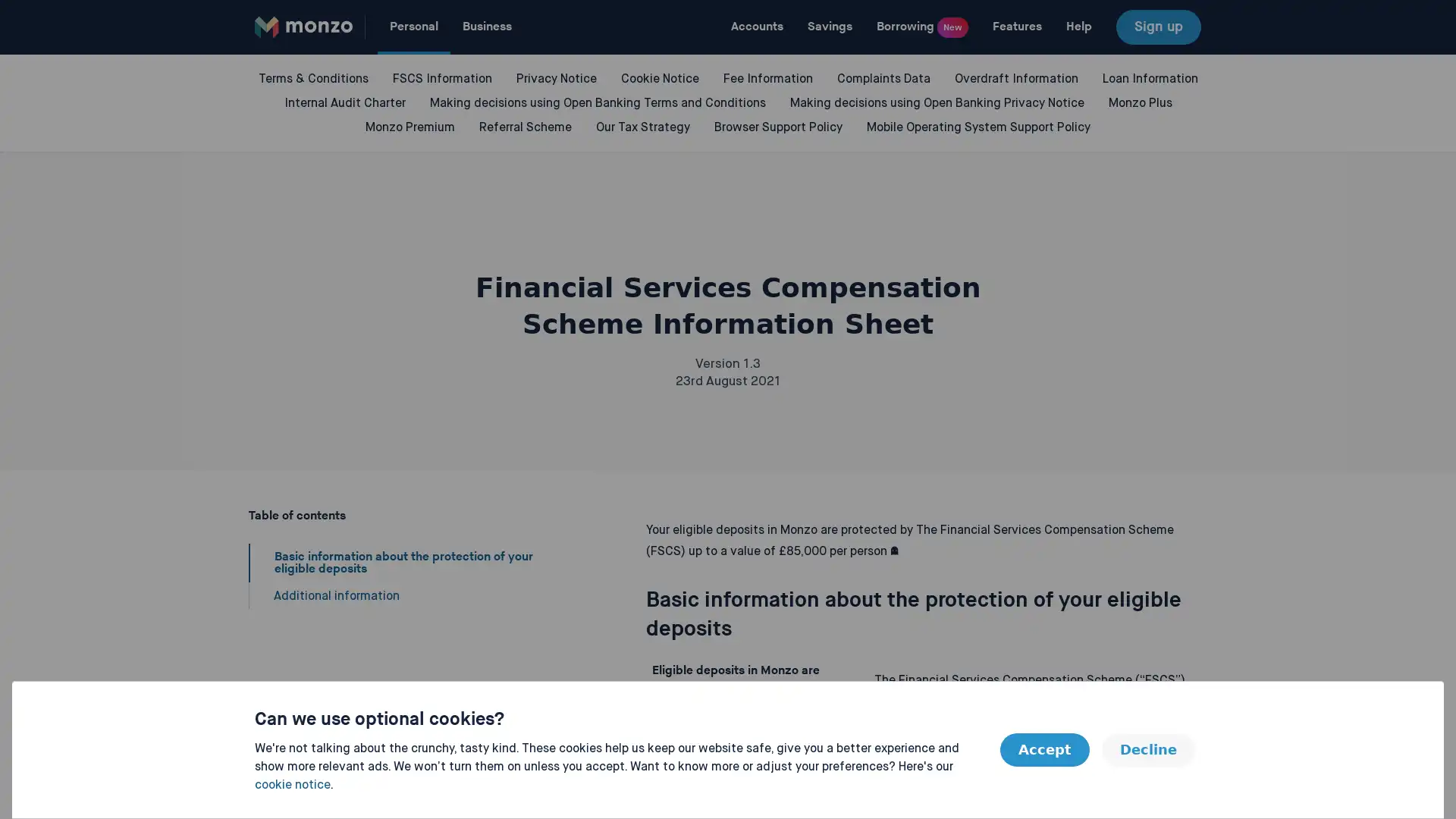 This screenshot has height=819, width=1456. Describe the element at coordinates (829, 27) in the screenshot. I see `Savings` at that location.